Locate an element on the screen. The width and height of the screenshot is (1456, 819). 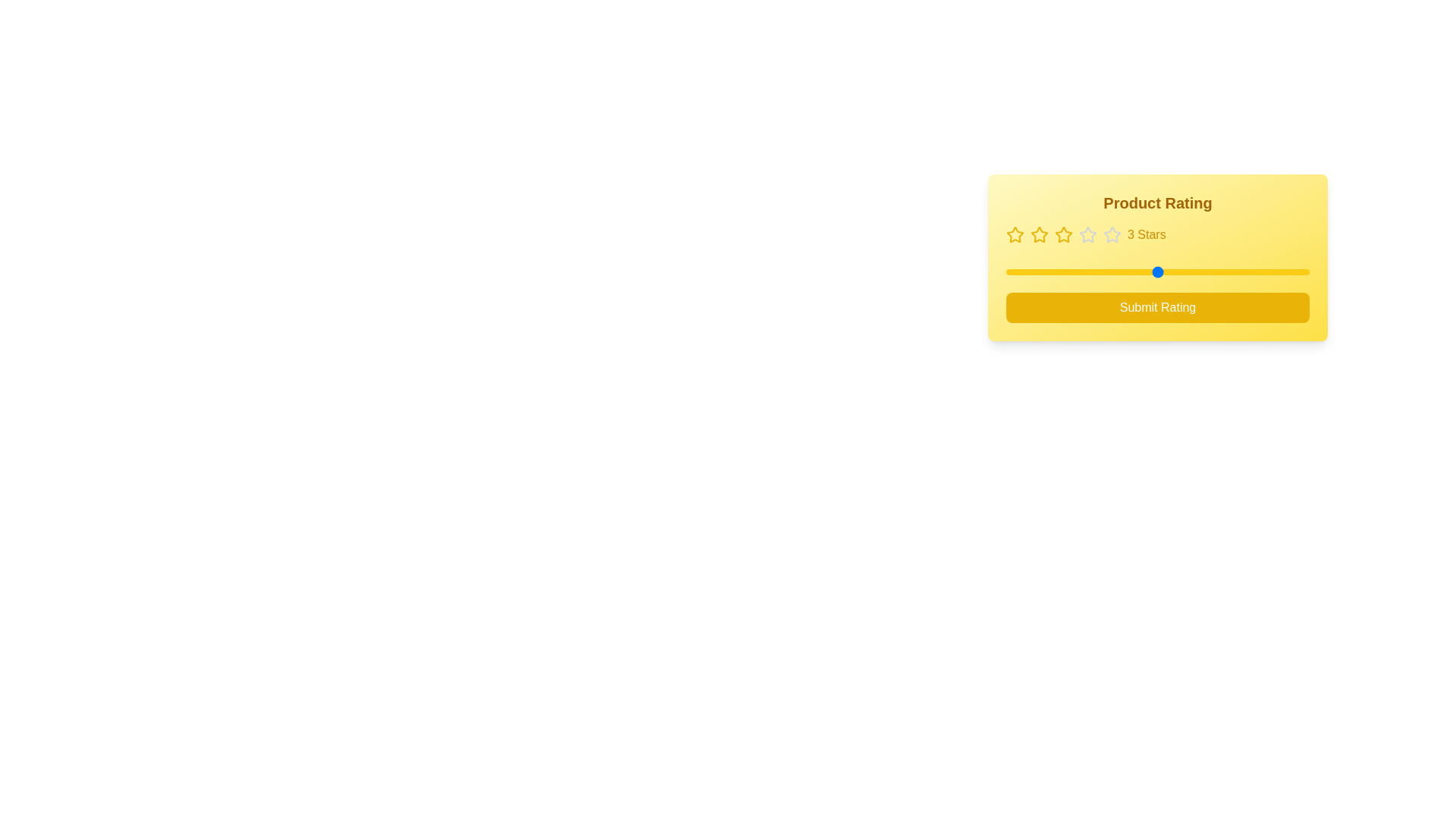
the slider is located at coordinates (1006, 271).